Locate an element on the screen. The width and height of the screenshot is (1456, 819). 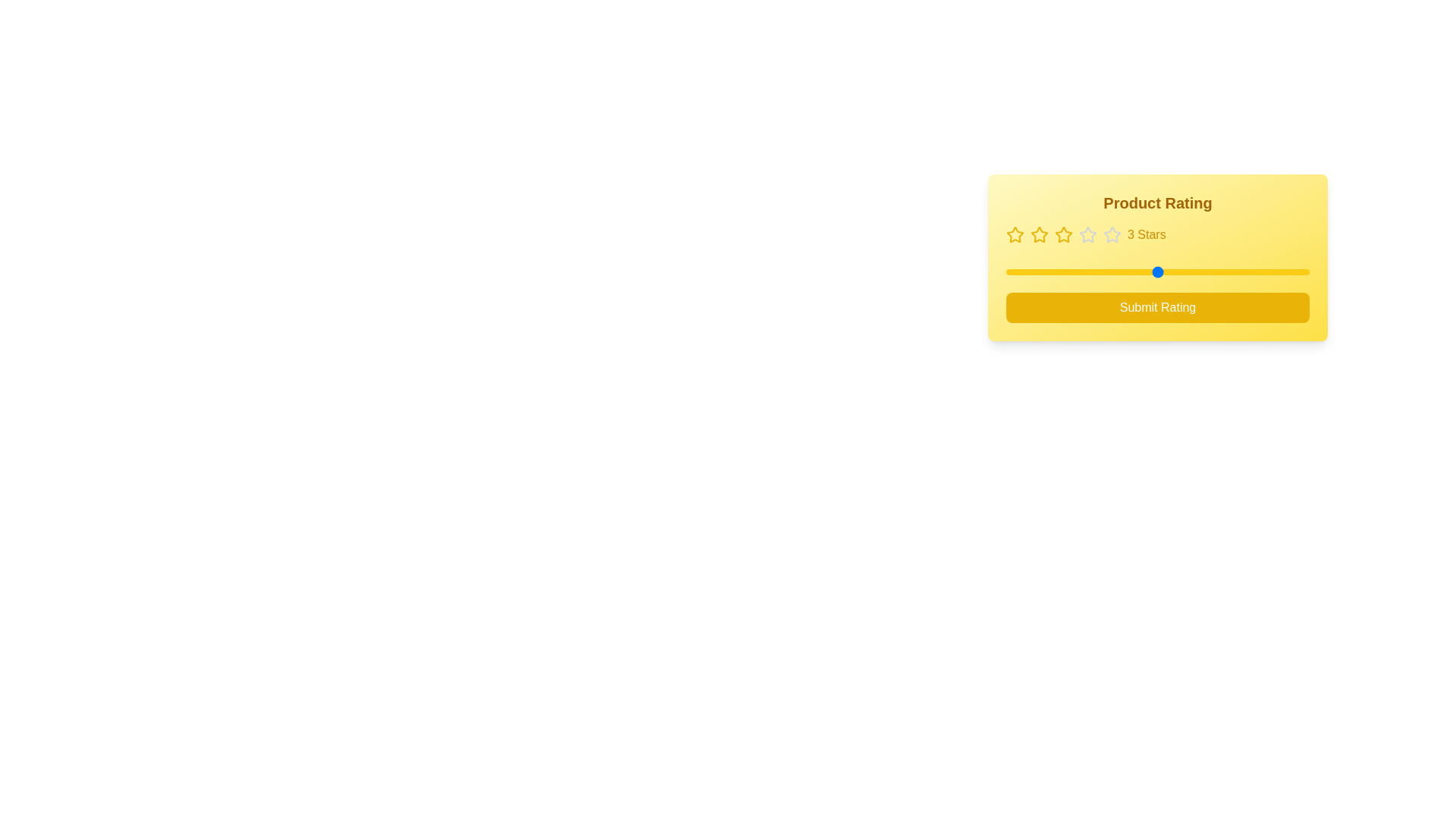
the slider is located at coordinates (1006, 271).